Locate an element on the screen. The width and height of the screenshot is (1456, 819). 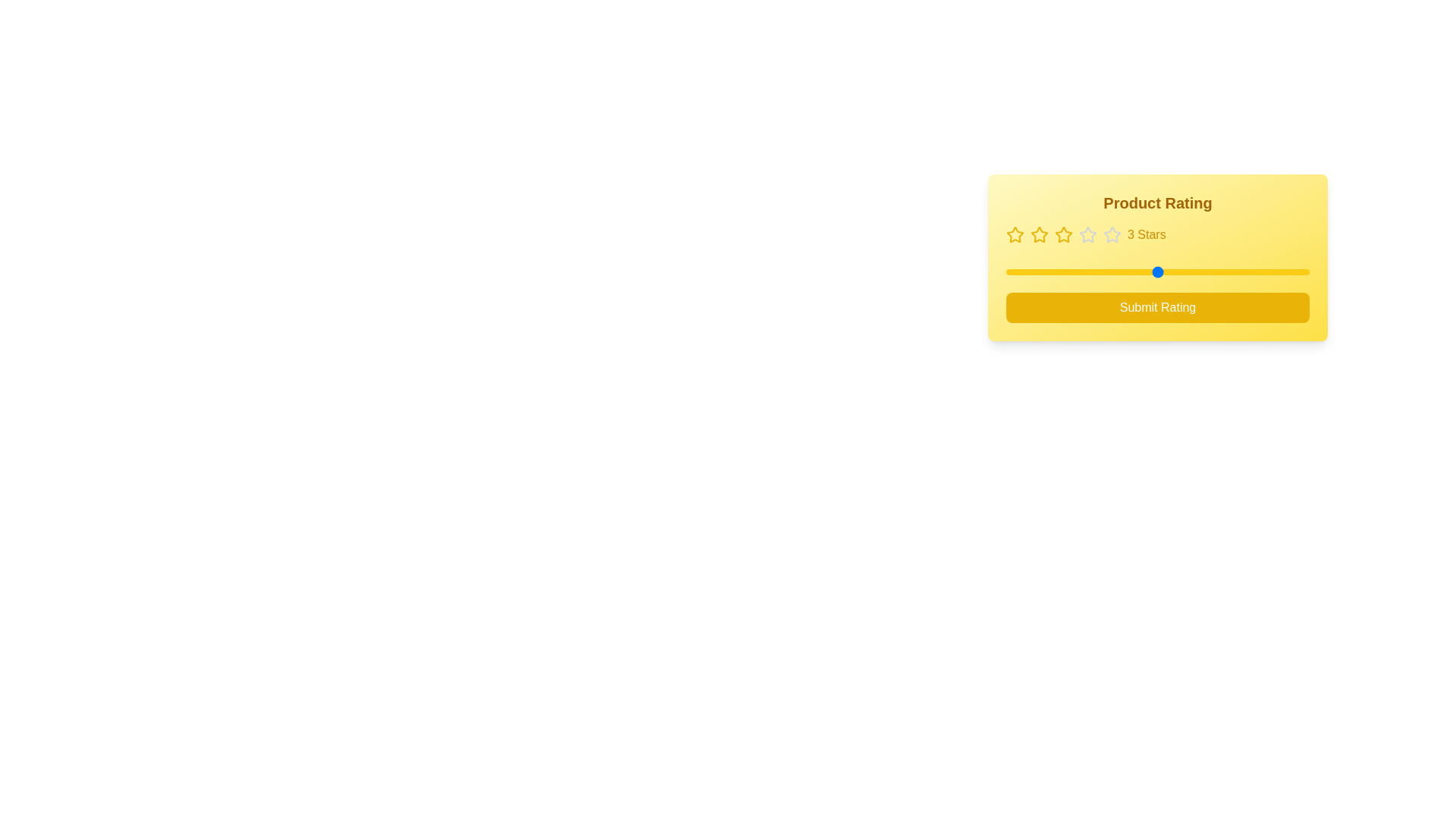
the slider is located at coordinates (1006, 271).